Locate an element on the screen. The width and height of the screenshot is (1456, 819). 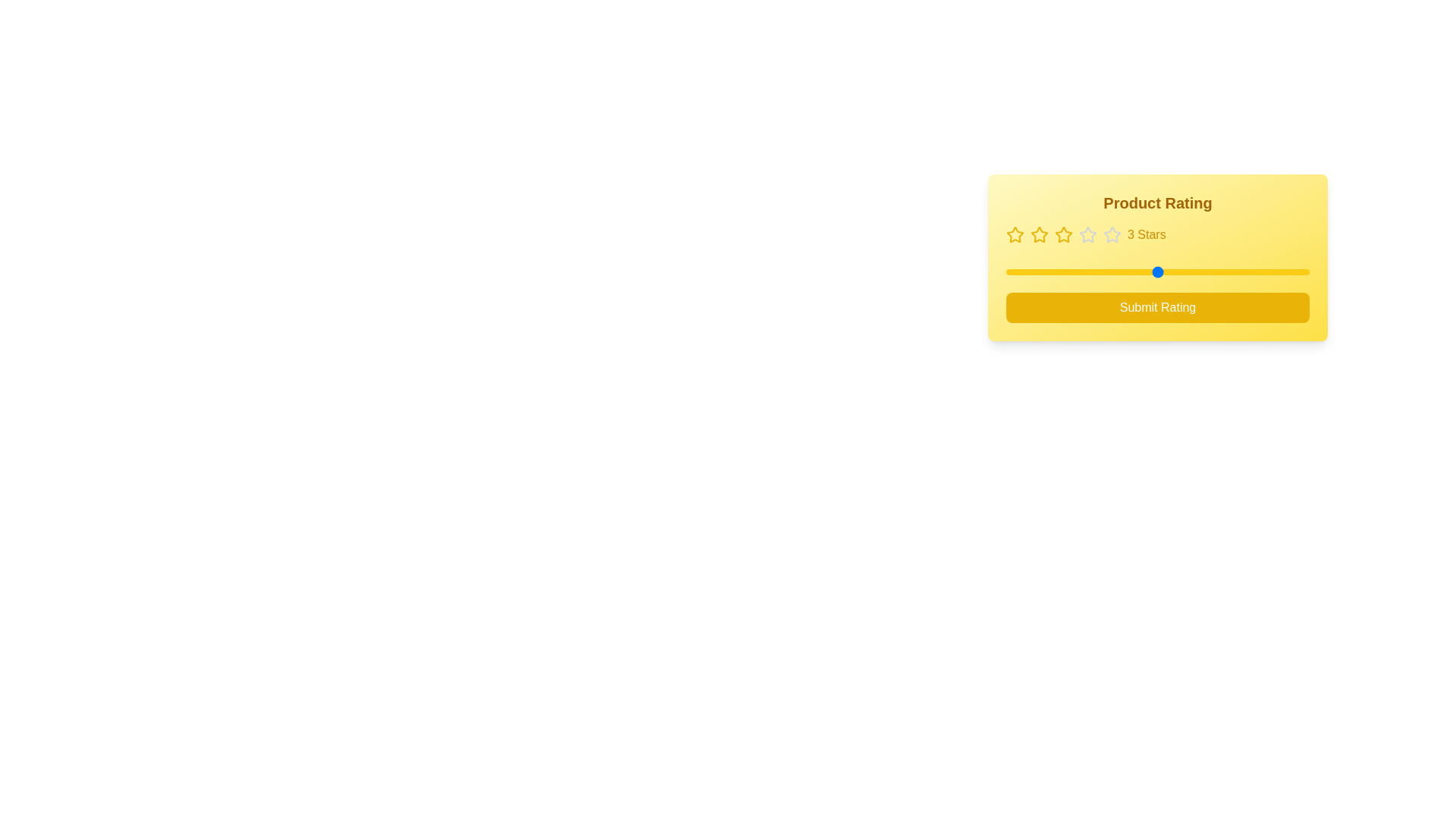
the slider is located at coordinates (1006, 271).